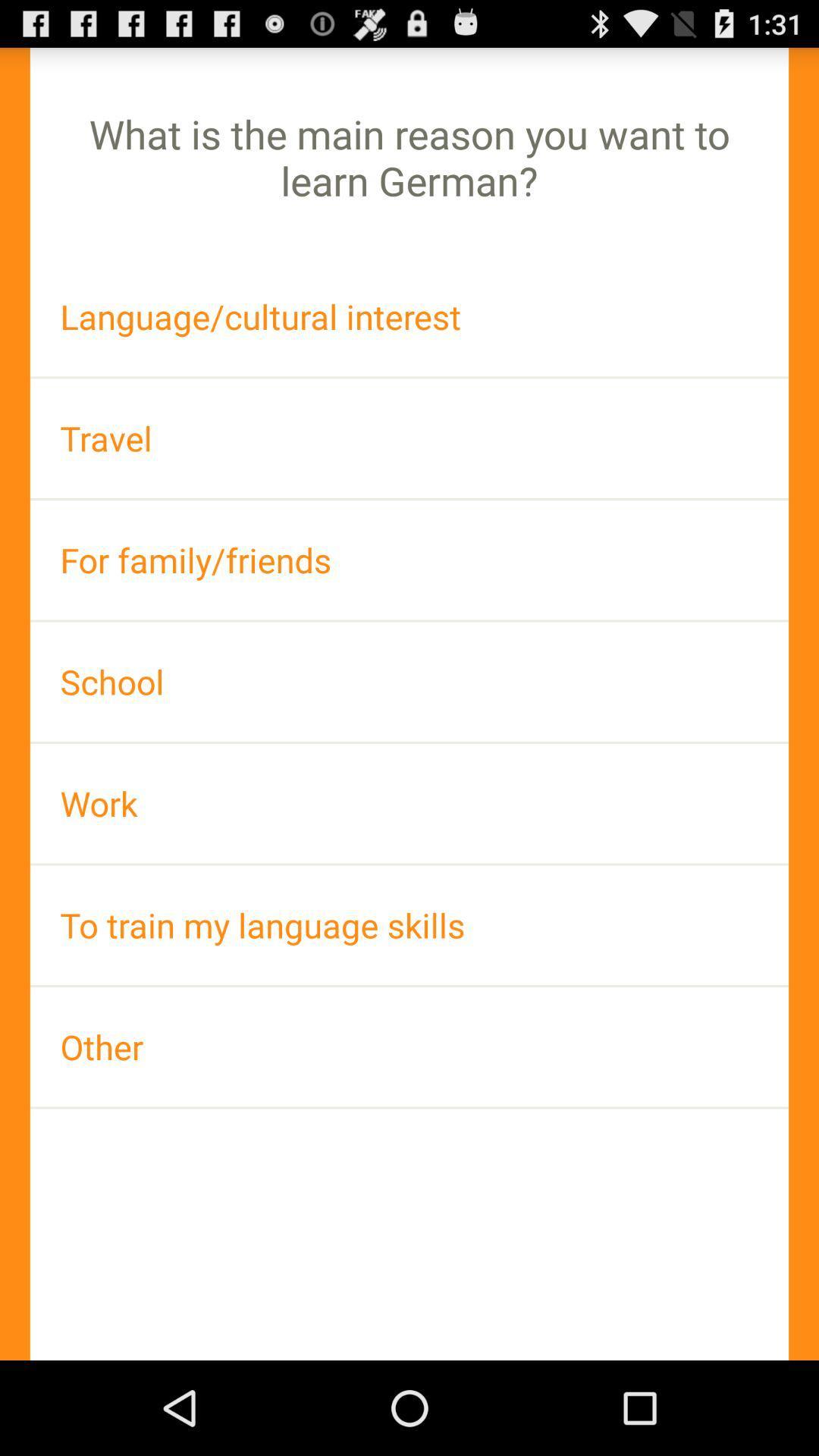 This screenshot has height=1456, width=819. Describe the element at coordinates (409, 559) in the screenshot. I see `item above the school app` at that location.